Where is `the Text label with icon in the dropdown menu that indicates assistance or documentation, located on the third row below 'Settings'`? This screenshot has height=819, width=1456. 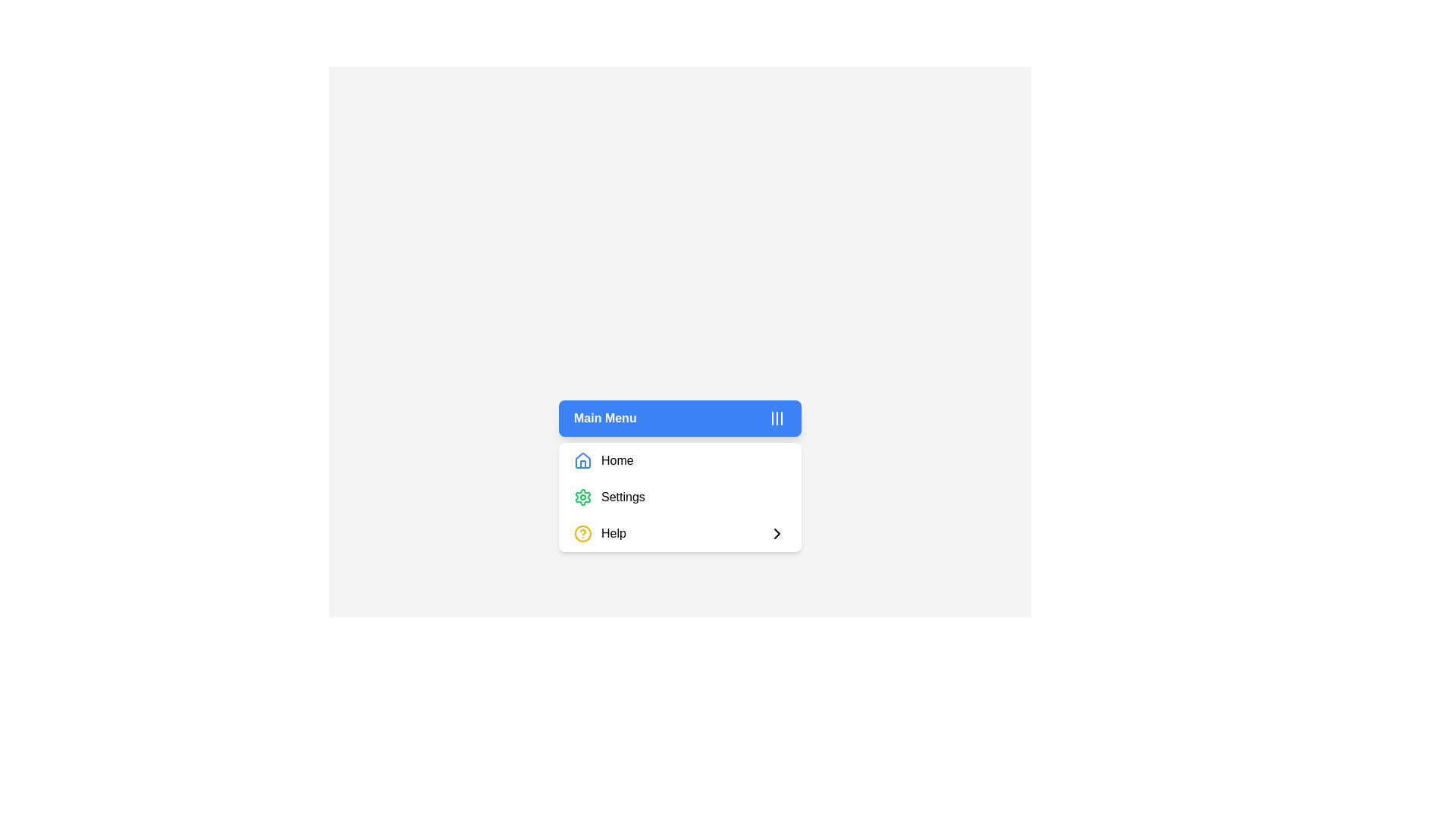
the Text label with icon in the dropdown menu that indicates assistance or documentation, located on the third row below 'Settings' is located at coordinates (599, 533).